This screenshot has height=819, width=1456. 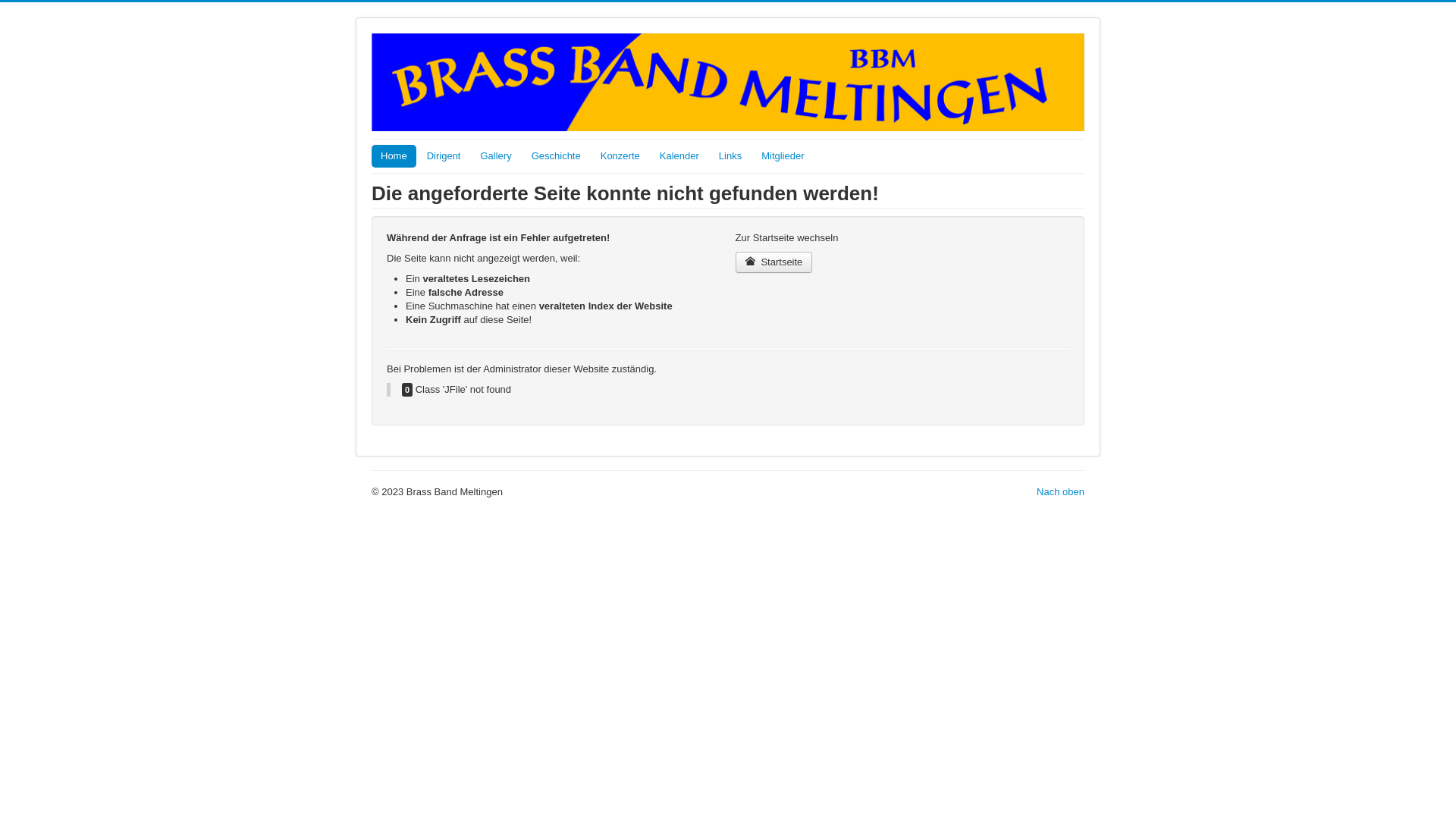 I want to click on 'Gallery', so click(x=495, y=155).